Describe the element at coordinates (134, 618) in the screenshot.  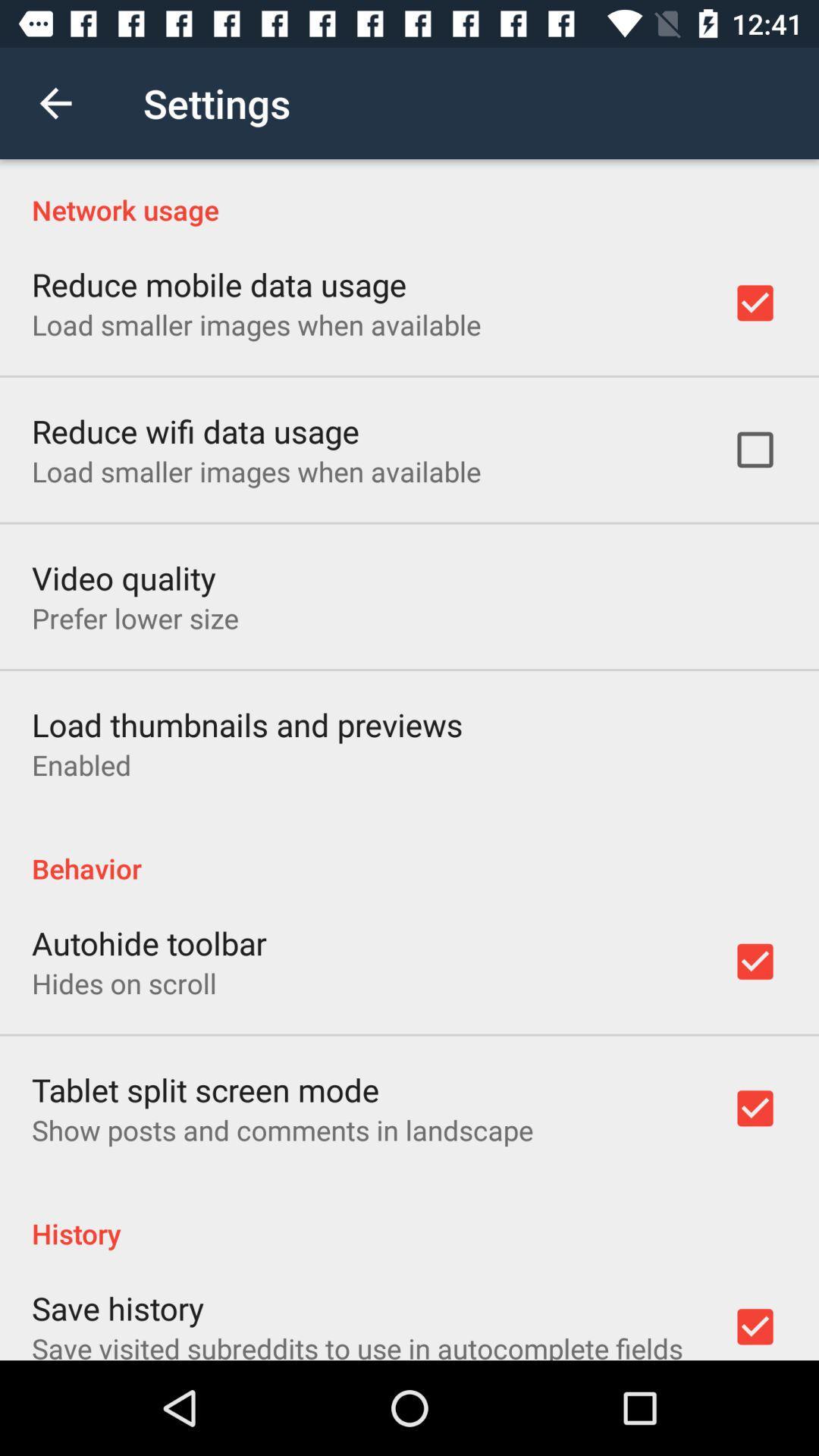
I see `the prefer lower size` at that location.